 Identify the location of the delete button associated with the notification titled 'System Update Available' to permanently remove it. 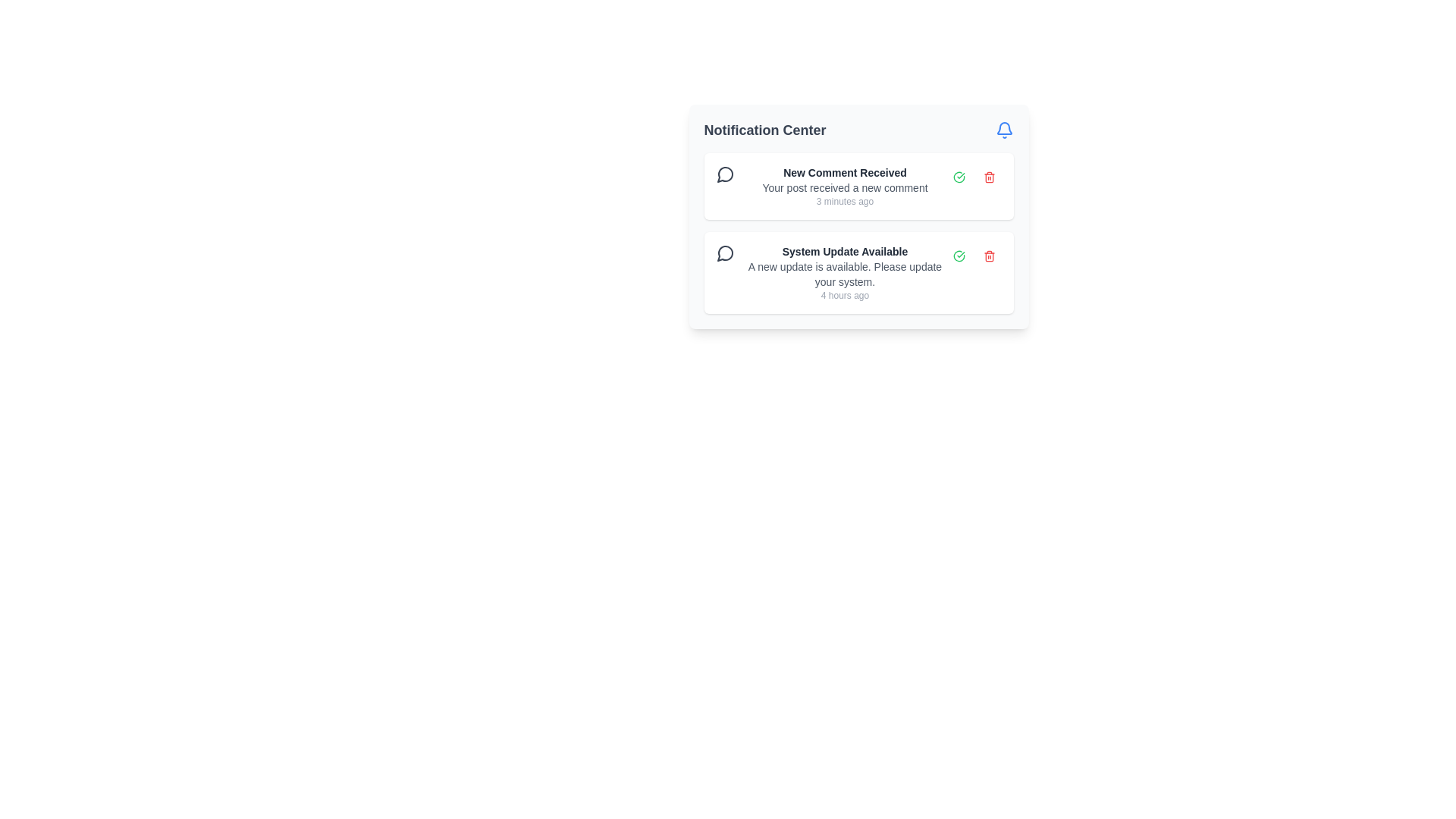
(989, 256).